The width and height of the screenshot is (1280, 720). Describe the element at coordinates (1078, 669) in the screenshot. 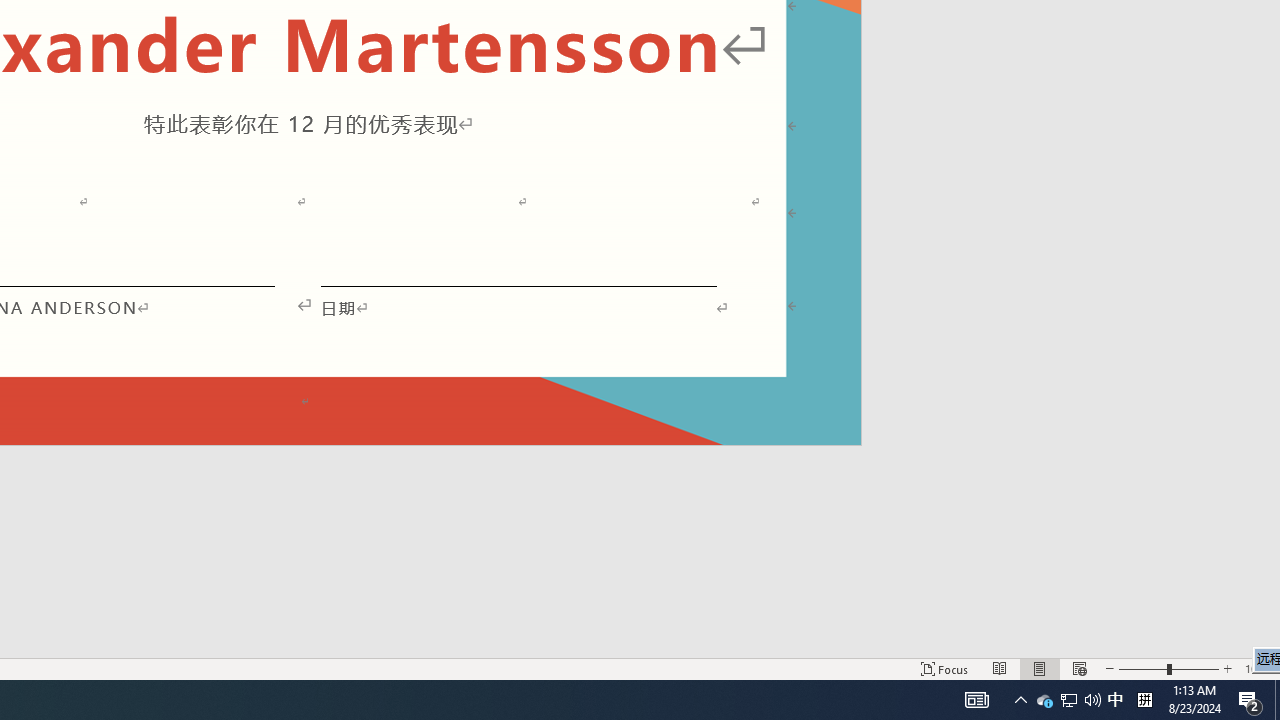

I see `'Web Layout'` at that location.